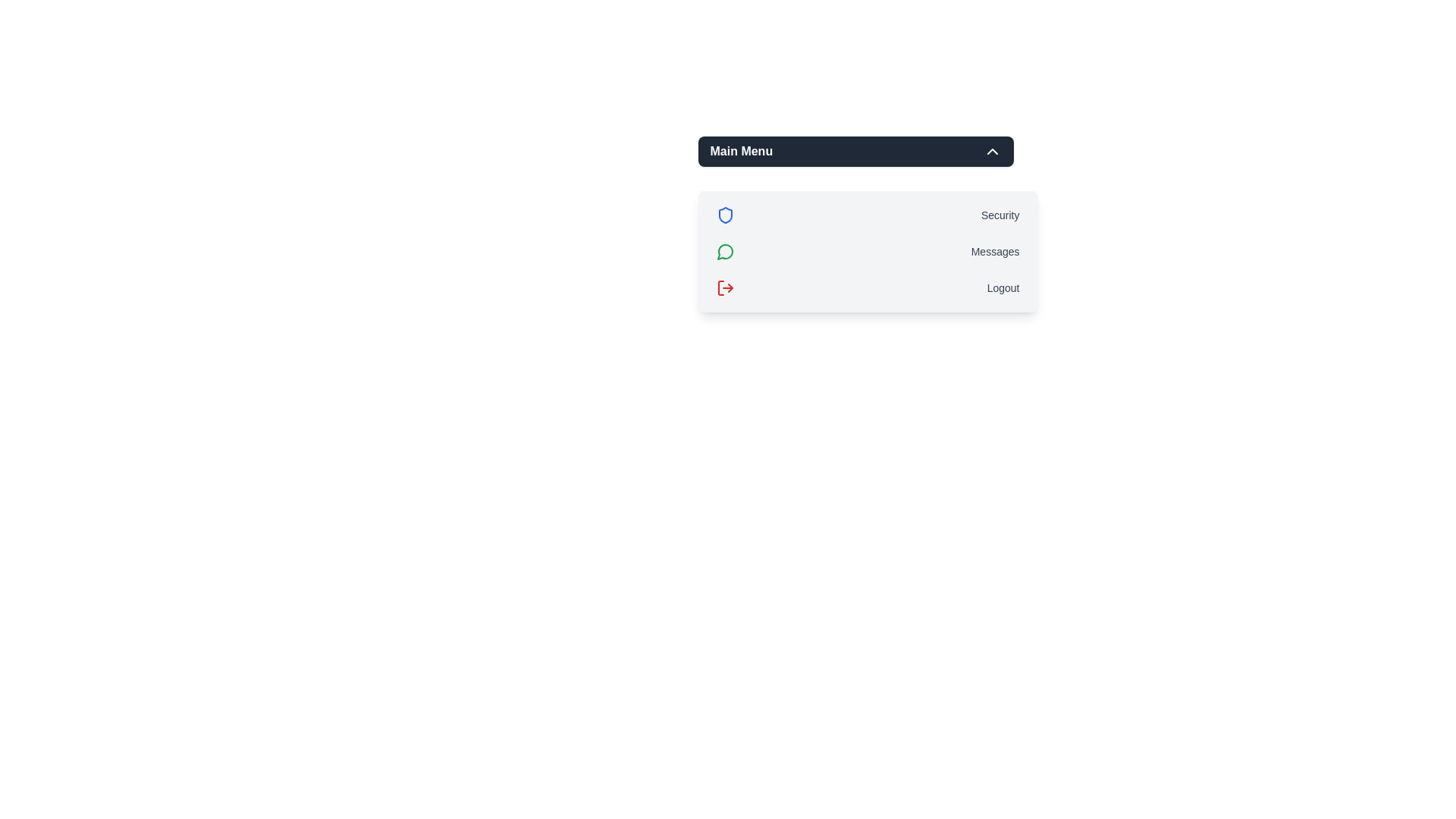 Image resolution: width=1456 pixels, height=819 pixels. What do you see at coordinates (723, 251) in the screenshot?
I see `the message icon component located in the options menu under the 'Messages' label, which is positioned in the second row of the menu` at bounding box center [723, 251].